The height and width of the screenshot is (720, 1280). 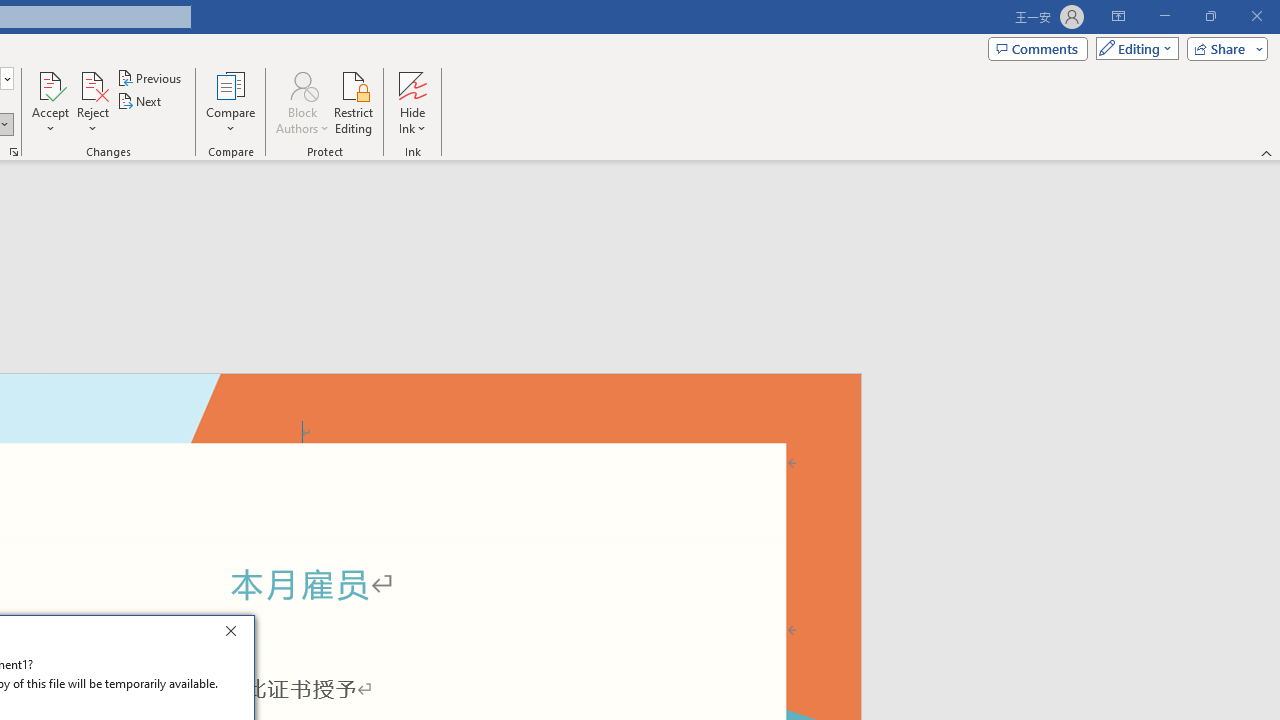 I want to click on 'Hide Ink', so click(x=411, y=103).